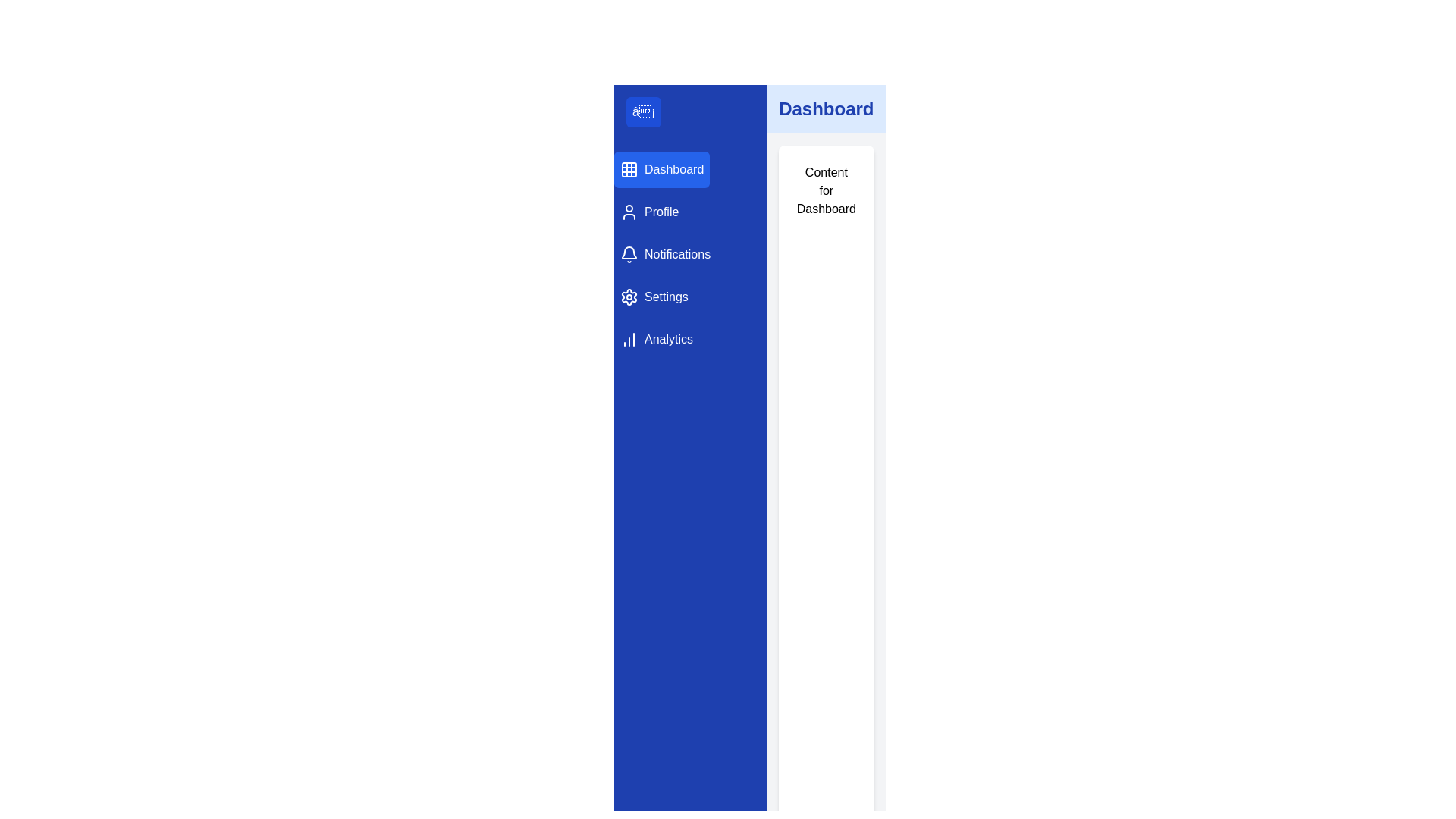 The width and height of the screenshot is (1456, 819). Describe the element at coordinates (668, 338) in the screenshot. I see `the 'Analytics' textual navigation label in the vertical side navigation menu` at that location.